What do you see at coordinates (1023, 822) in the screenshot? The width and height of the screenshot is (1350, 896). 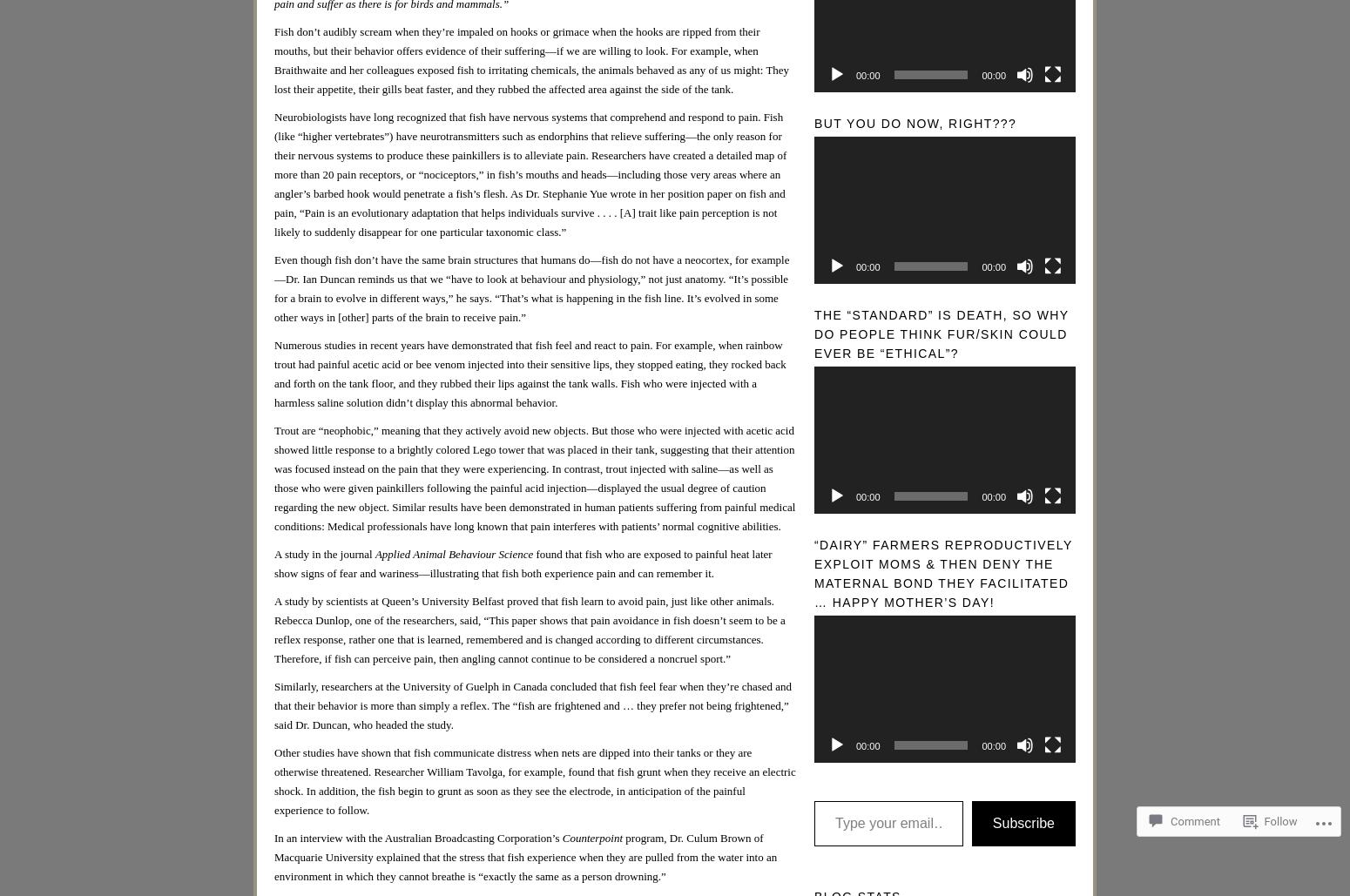 I see `'Subscribe'` at bounding box center [1023, 822].